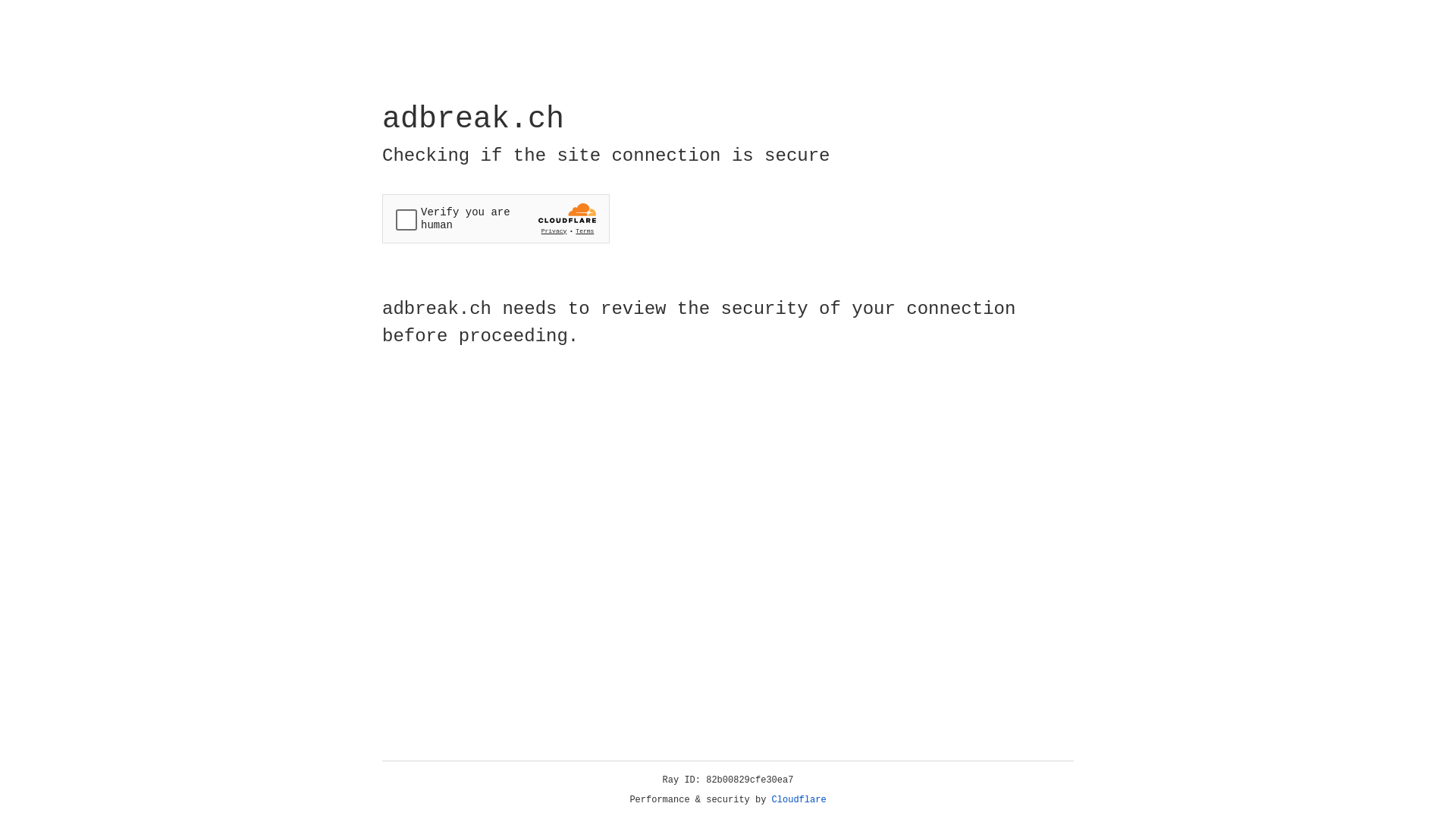 Image resolution: width=1456 pixels, height=819 pixels. I want to click on 'Widget containing a Cloudflare security challenge', so click(495, 218).